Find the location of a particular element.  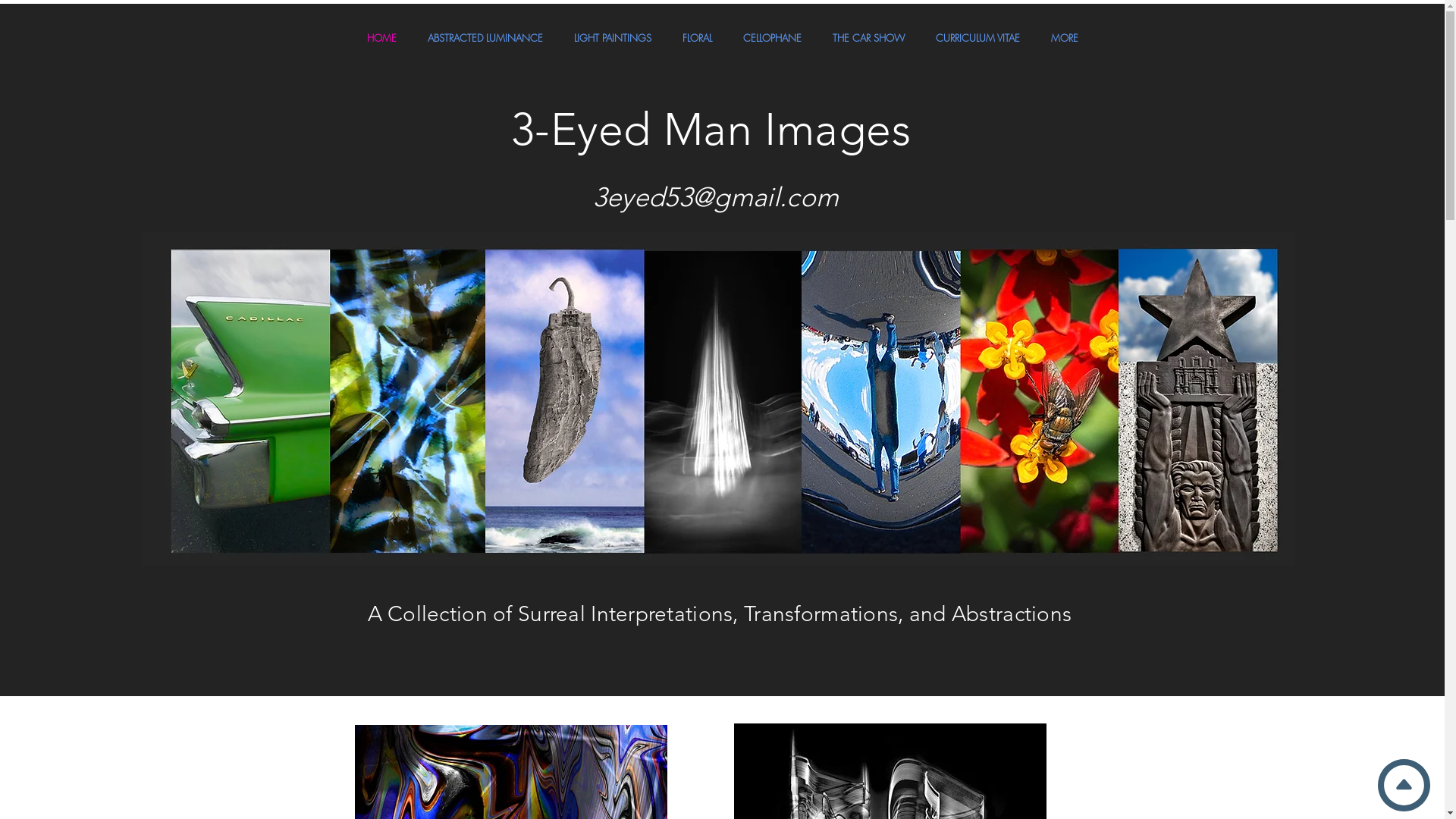

'CELLOPHANE' is located at coordinates (772, 37).